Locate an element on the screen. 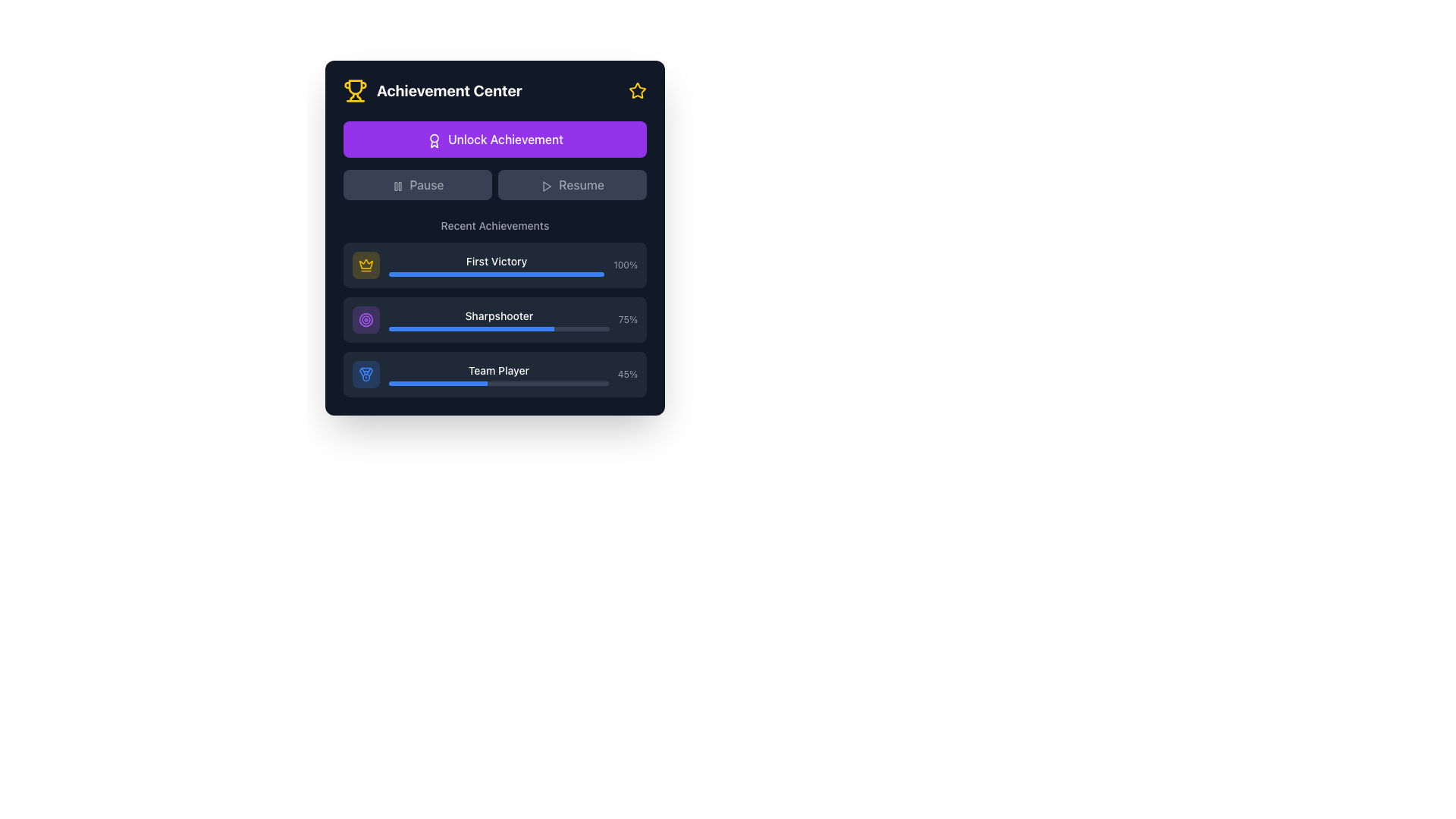 This screenshot has height=819, width=1456. the visual indicator icon located in the top-right corner of the 'Achievement Center' card, next to the title text 'Achievement Center' is located at coordinates (637, 90).